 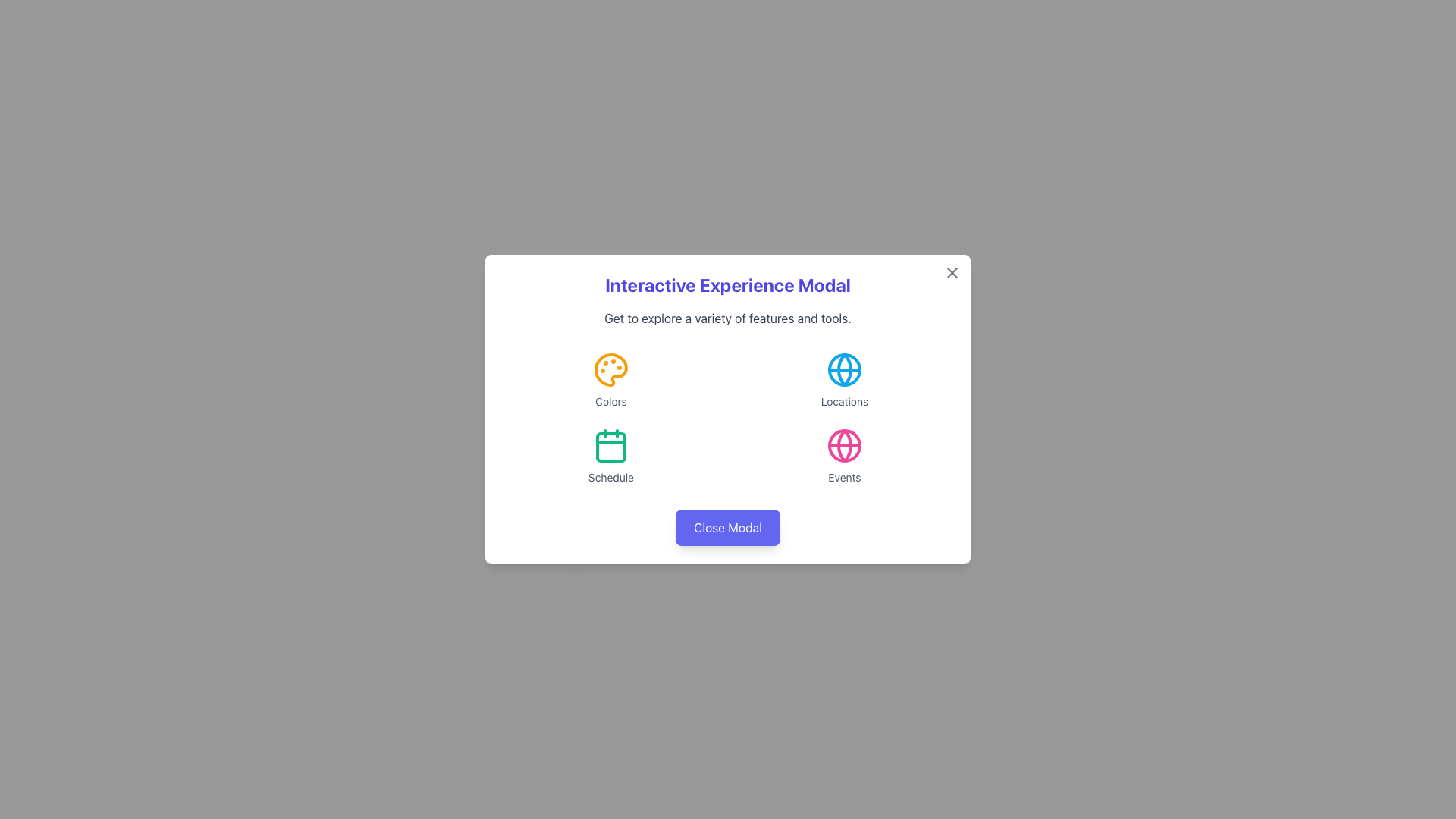 What do you see at coordinates (611, 370) in the screenshot?
I see `the 'Colors' icon located in the upper left quadrant of the modal dialog box, which is positioned directly under the header and adjacent to the text label 'Colors'` at bounding box center [611, 370].